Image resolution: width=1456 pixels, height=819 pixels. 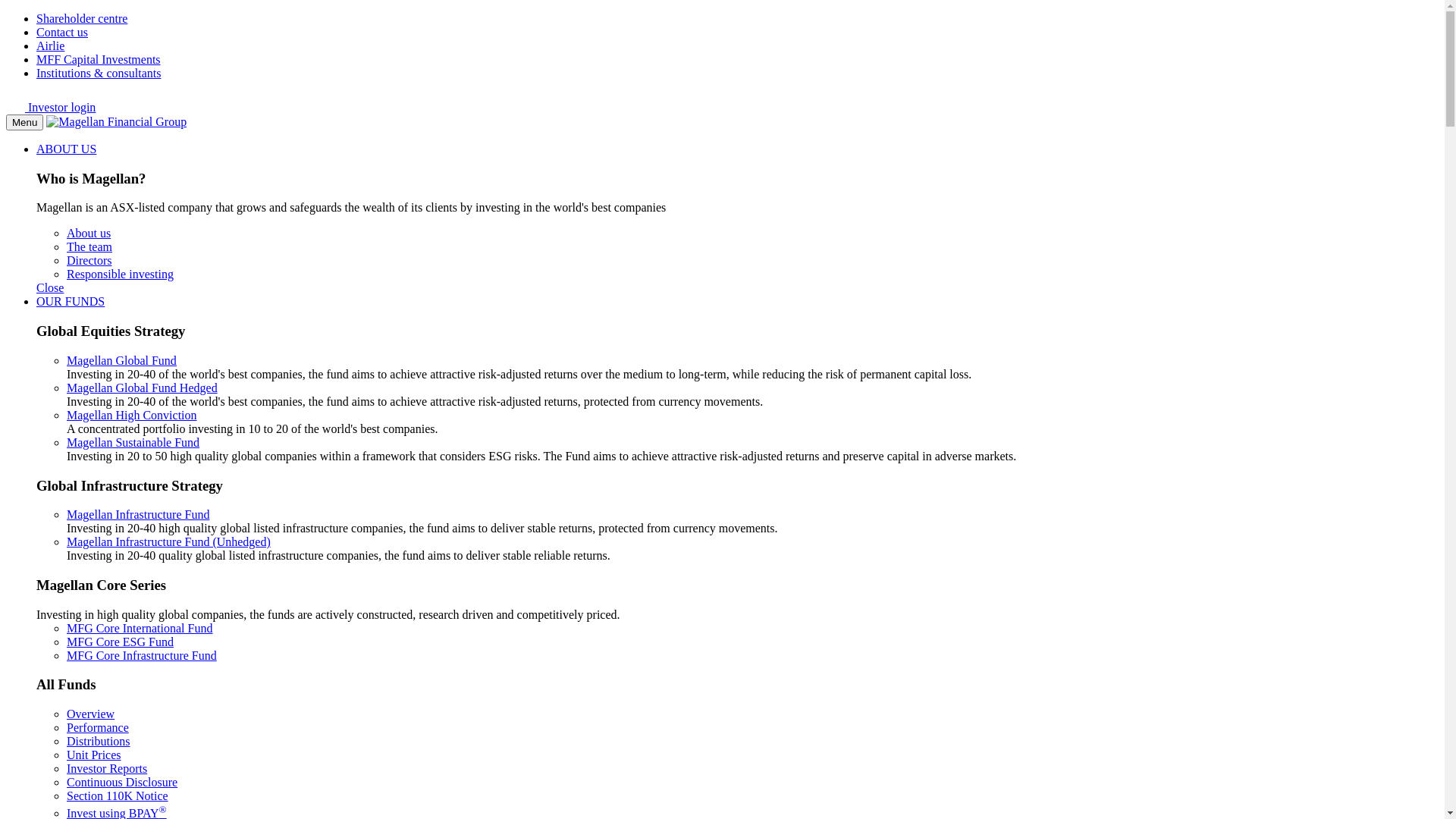 What do you see at coordinates (97, 58) in the screenshot?
I see `'MFF Capital Investments'` at bounding box center [97, 58].